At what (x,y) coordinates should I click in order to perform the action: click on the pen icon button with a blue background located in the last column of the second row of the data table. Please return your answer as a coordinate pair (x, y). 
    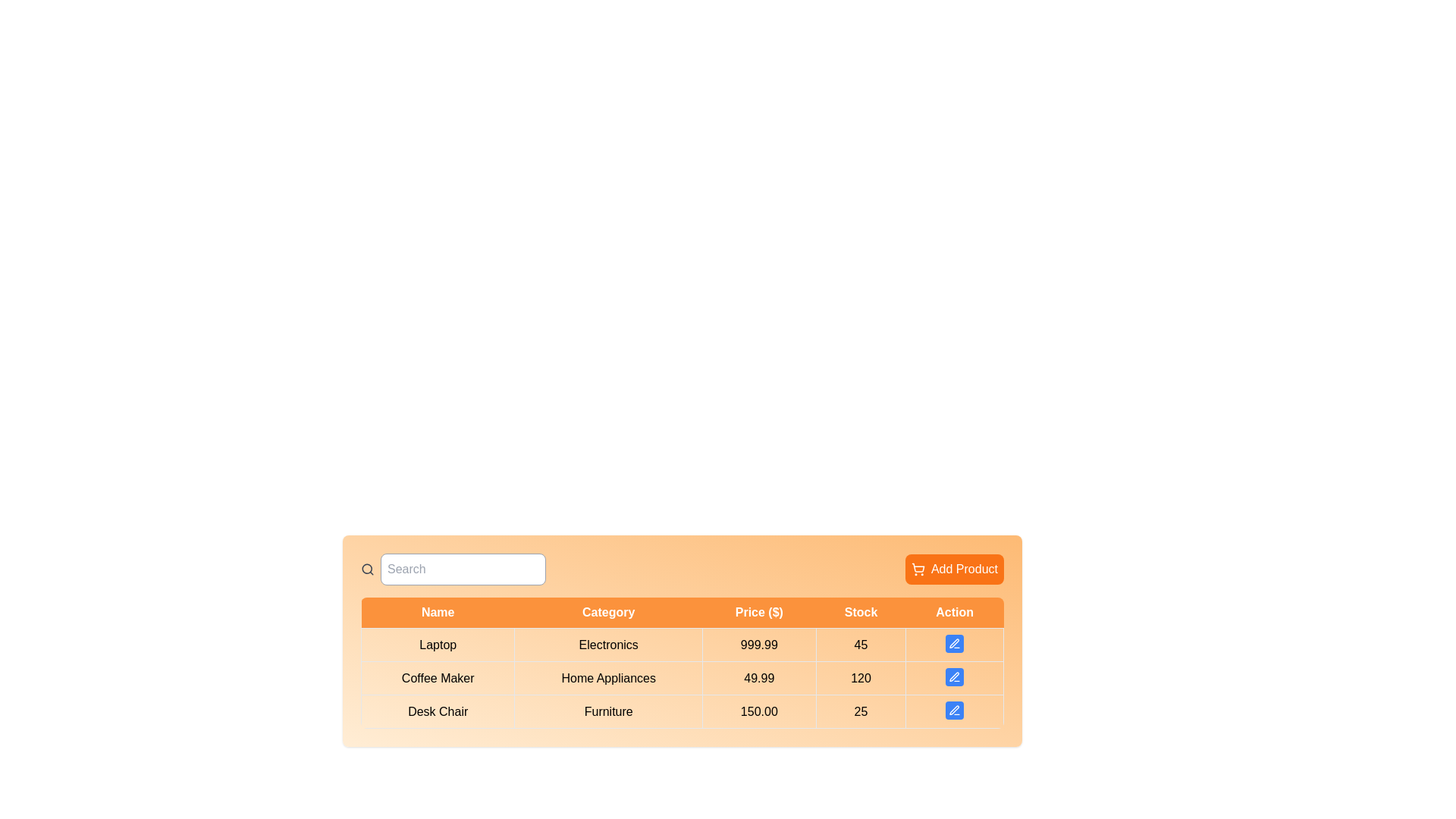
    Looking at the image, I should click on (954, 676).